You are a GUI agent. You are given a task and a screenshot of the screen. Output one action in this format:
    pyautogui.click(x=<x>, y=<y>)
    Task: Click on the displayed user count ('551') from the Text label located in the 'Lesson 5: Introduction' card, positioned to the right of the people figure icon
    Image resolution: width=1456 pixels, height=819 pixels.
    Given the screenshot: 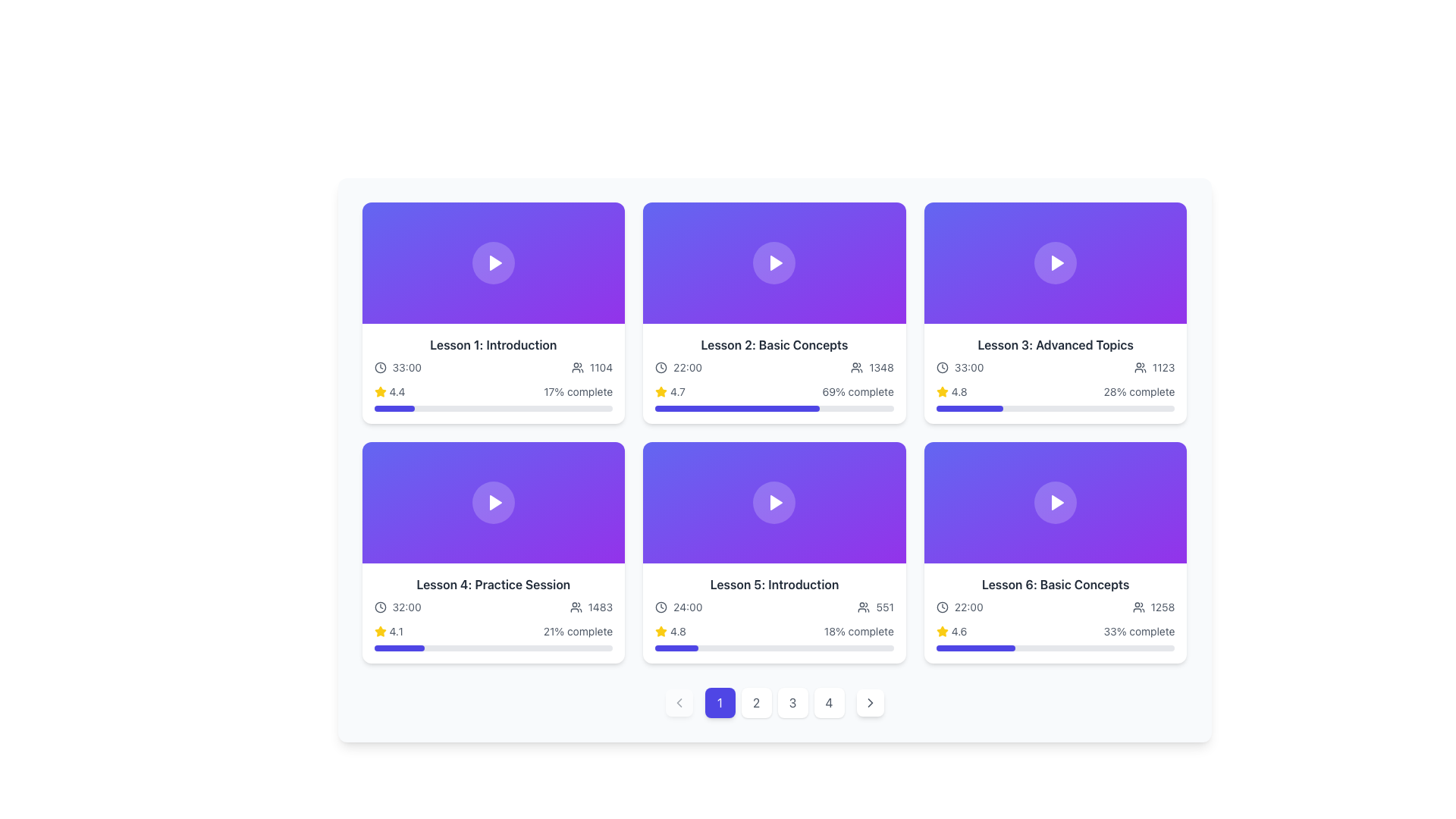 What is the action you would take?
    pyautogui.click(x=885, y=607)
    